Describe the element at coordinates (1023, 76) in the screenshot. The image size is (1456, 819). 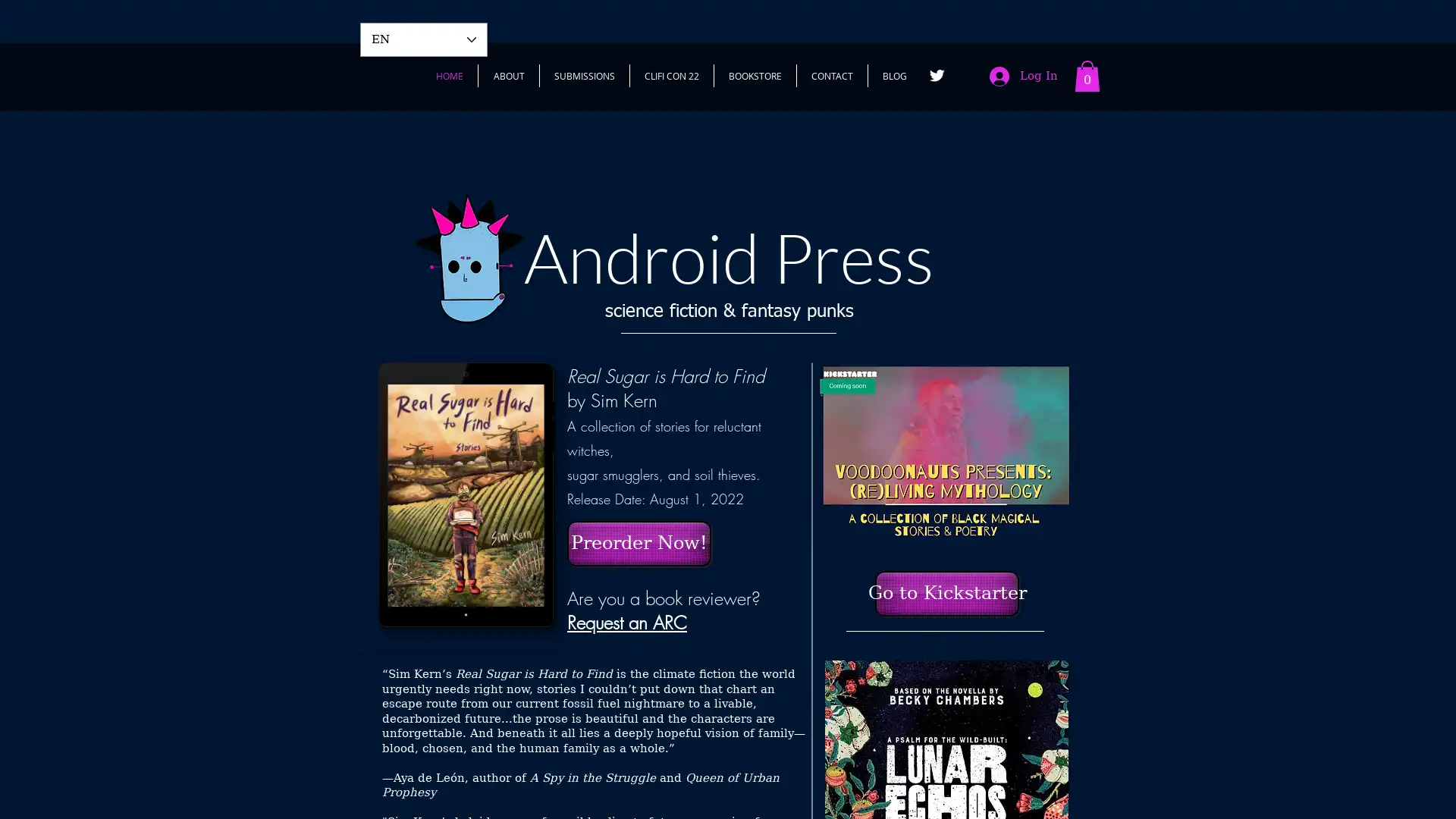
I see `Log In` at that location.